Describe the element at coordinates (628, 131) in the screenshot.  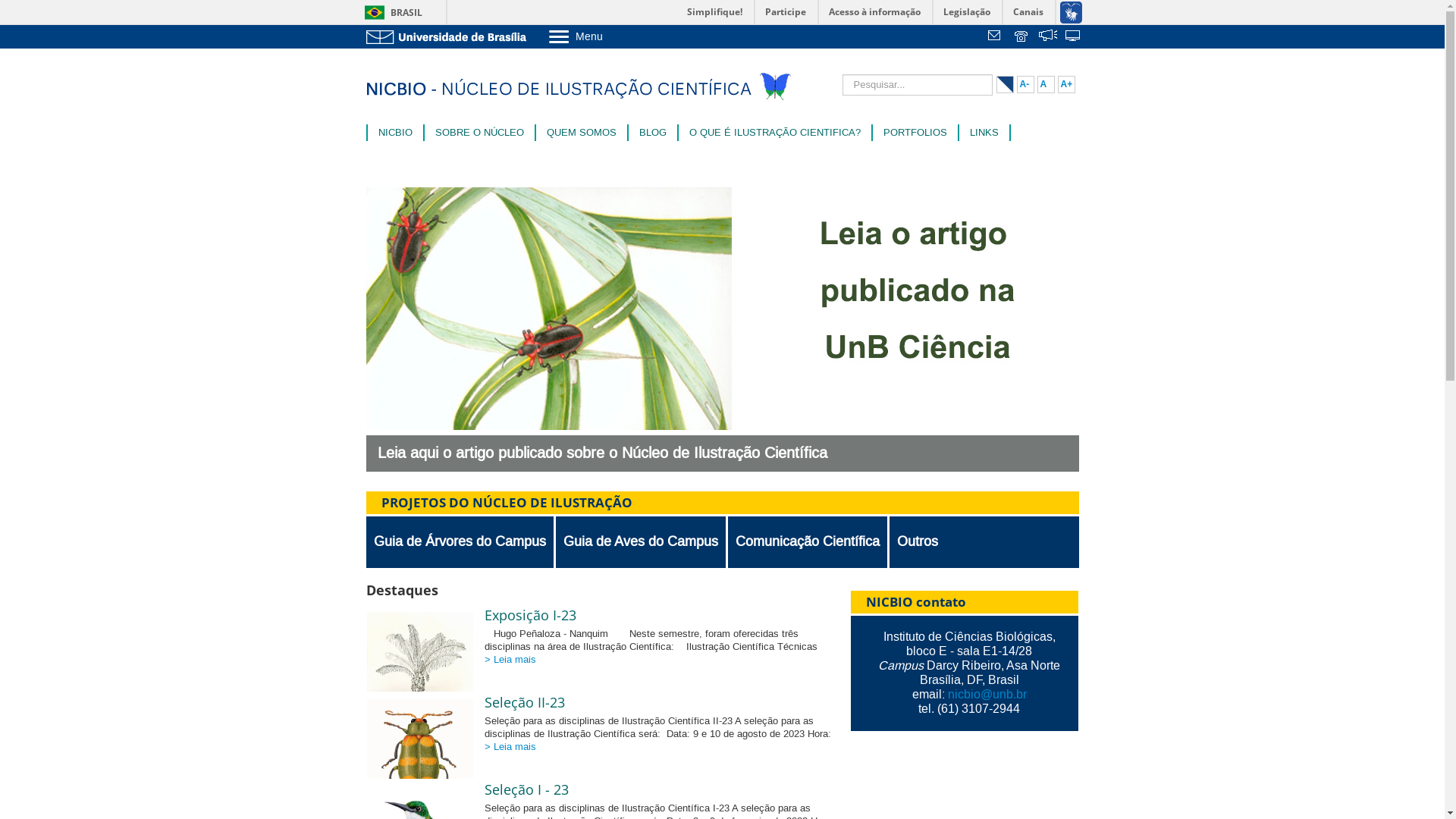
I see `'BLOG'` at that location.